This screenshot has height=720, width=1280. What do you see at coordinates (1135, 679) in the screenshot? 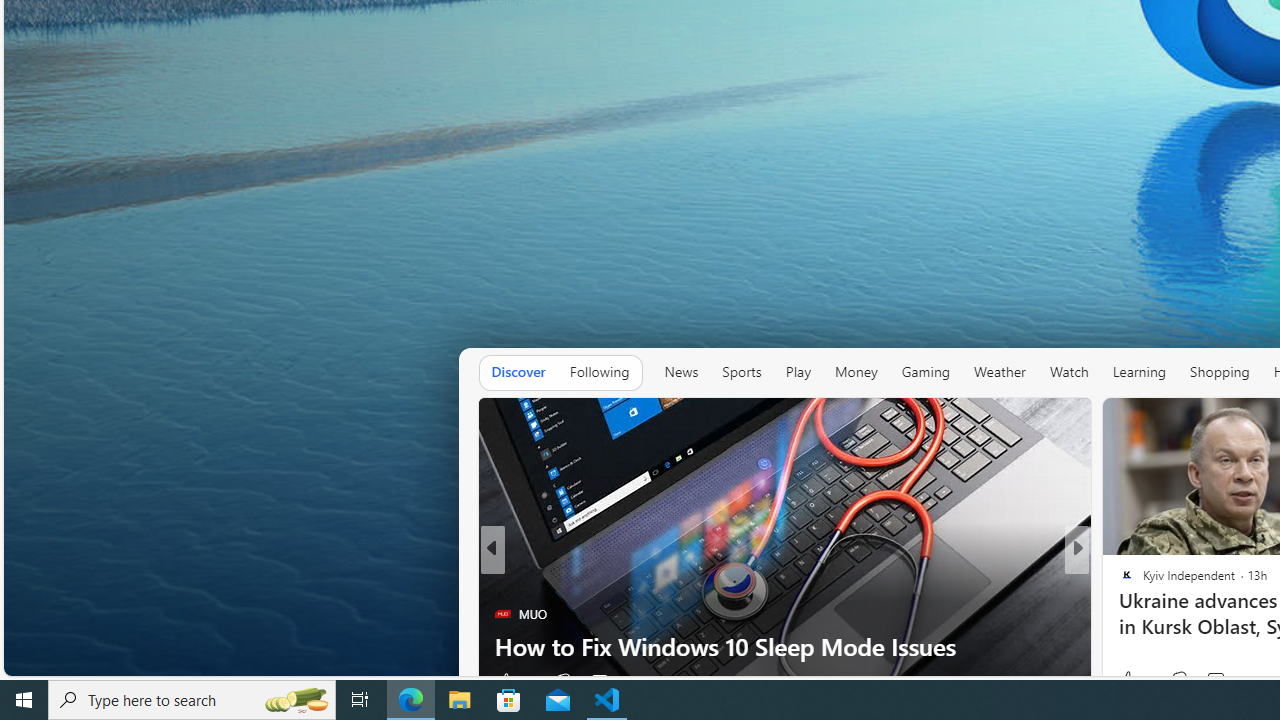
I see `'53 Like'` at bounding box center [1135, 679].